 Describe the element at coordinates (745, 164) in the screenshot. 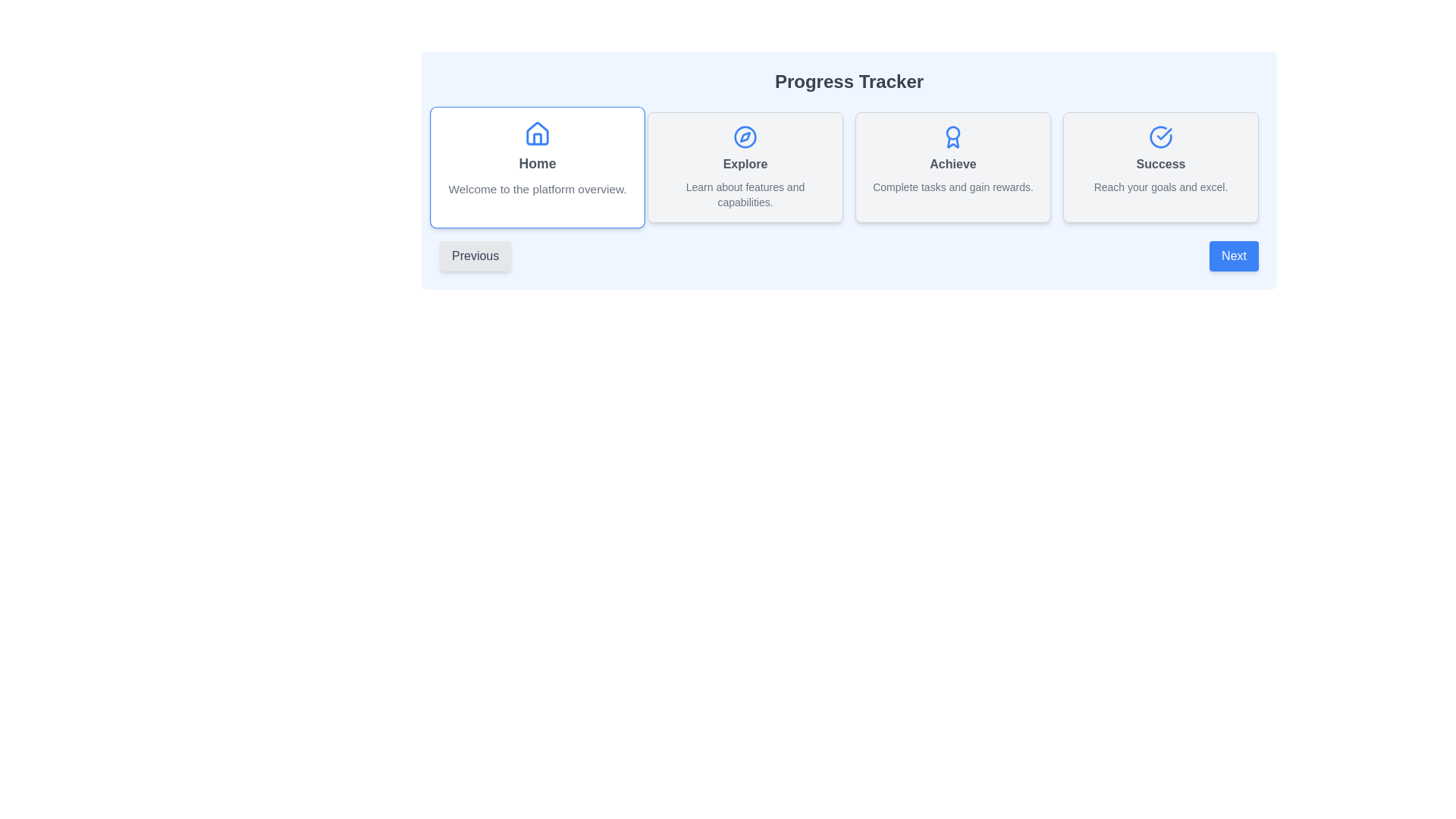

I see `the bold text label located centrally within the second card from the left, which is positioned below a small icon and above descriptive text, to understand its purpose for navigation` at that location.